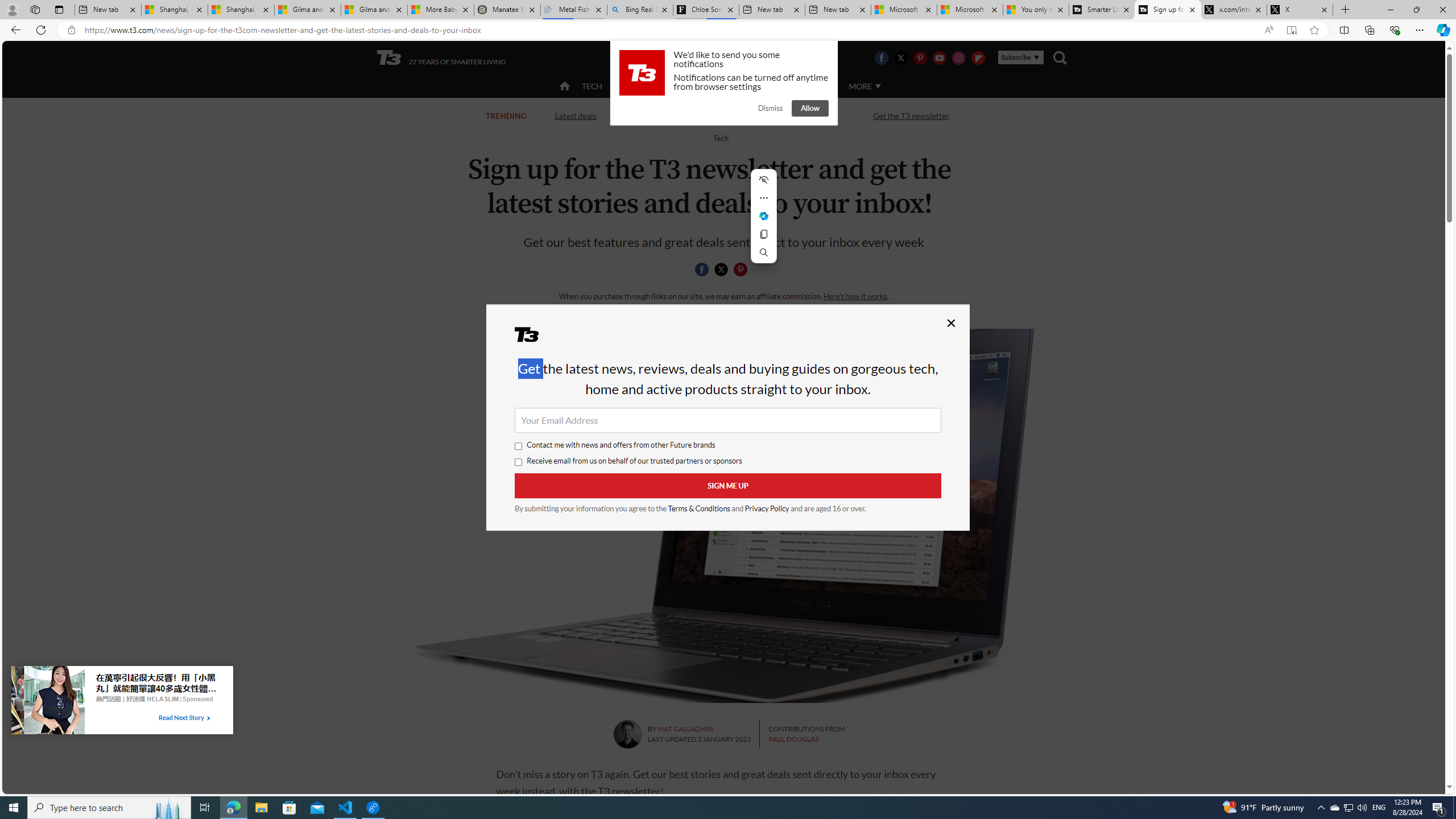  What do you see at coordinates (739, 270) in the screenshot?
I see `'Class: icon-svg'` at bounding box center [739, 270].